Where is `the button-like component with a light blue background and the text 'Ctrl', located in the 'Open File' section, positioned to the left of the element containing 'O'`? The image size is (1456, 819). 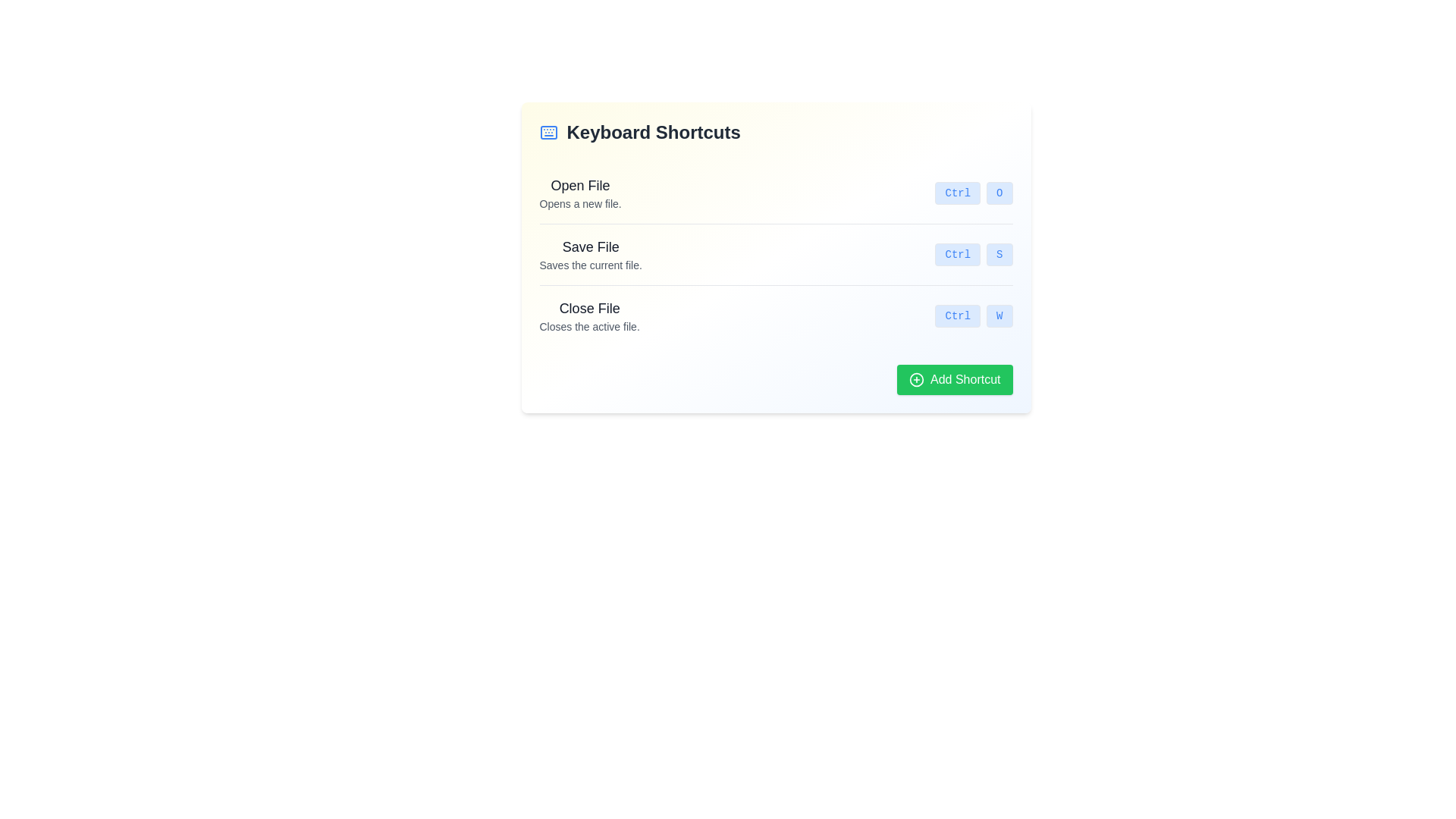 the button-like component with a light blue background and the text 'Ctrl', located in the 'Open File' section, positioned to the left of the element containing 'O' is located at coordinates (957, 192).